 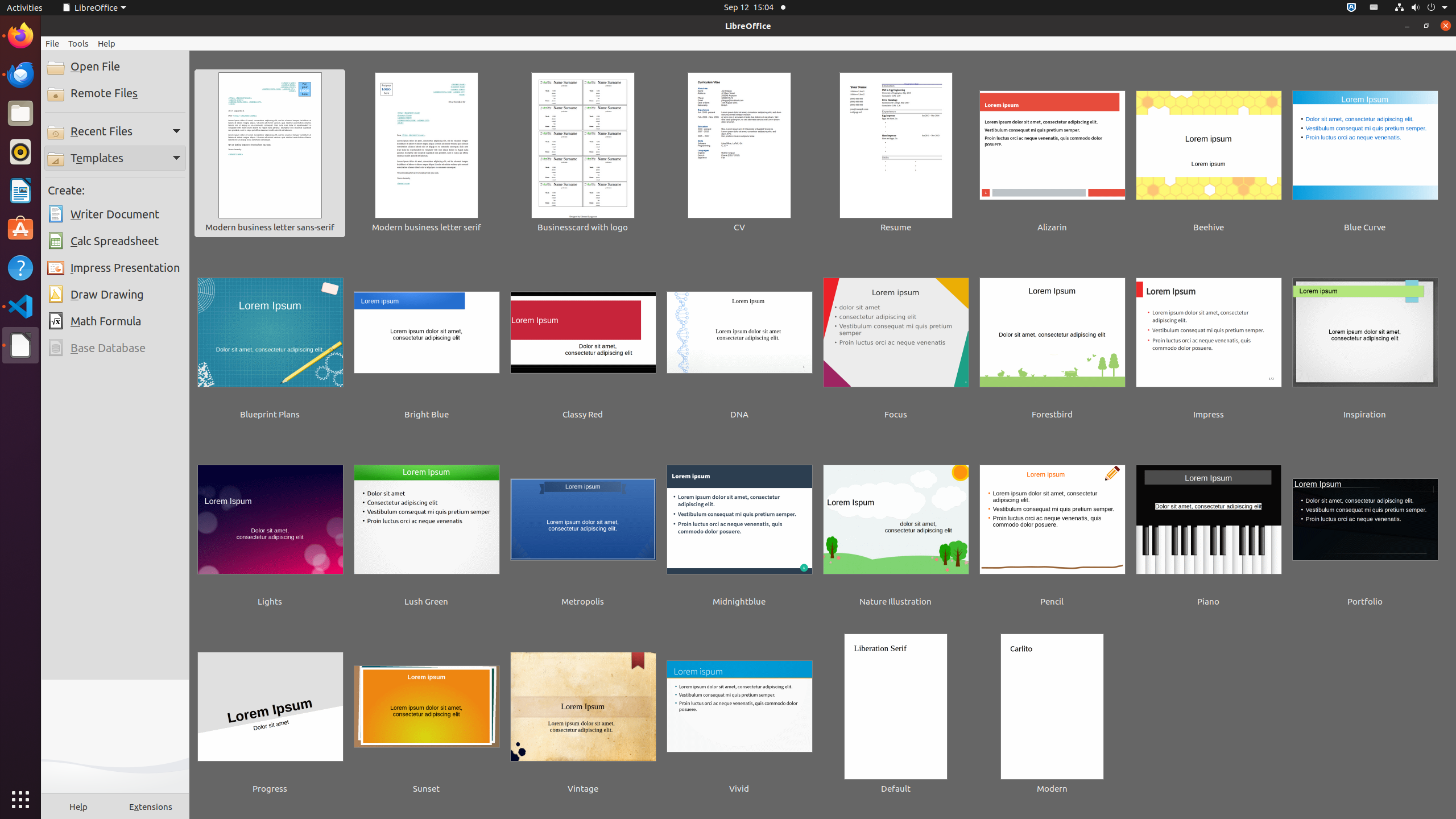 I want to click on 'Inspiration', so click(x=1365, y=340).